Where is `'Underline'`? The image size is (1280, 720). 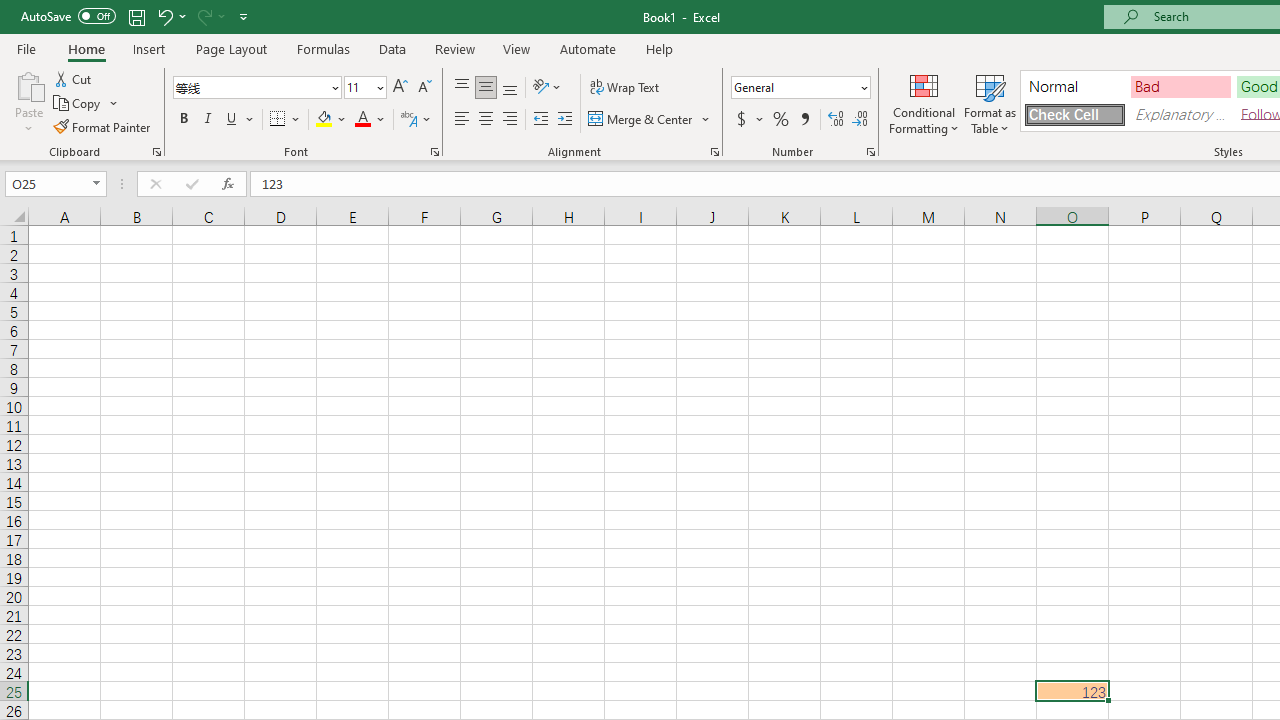
'Underline' is located at coordinates (232, 119).